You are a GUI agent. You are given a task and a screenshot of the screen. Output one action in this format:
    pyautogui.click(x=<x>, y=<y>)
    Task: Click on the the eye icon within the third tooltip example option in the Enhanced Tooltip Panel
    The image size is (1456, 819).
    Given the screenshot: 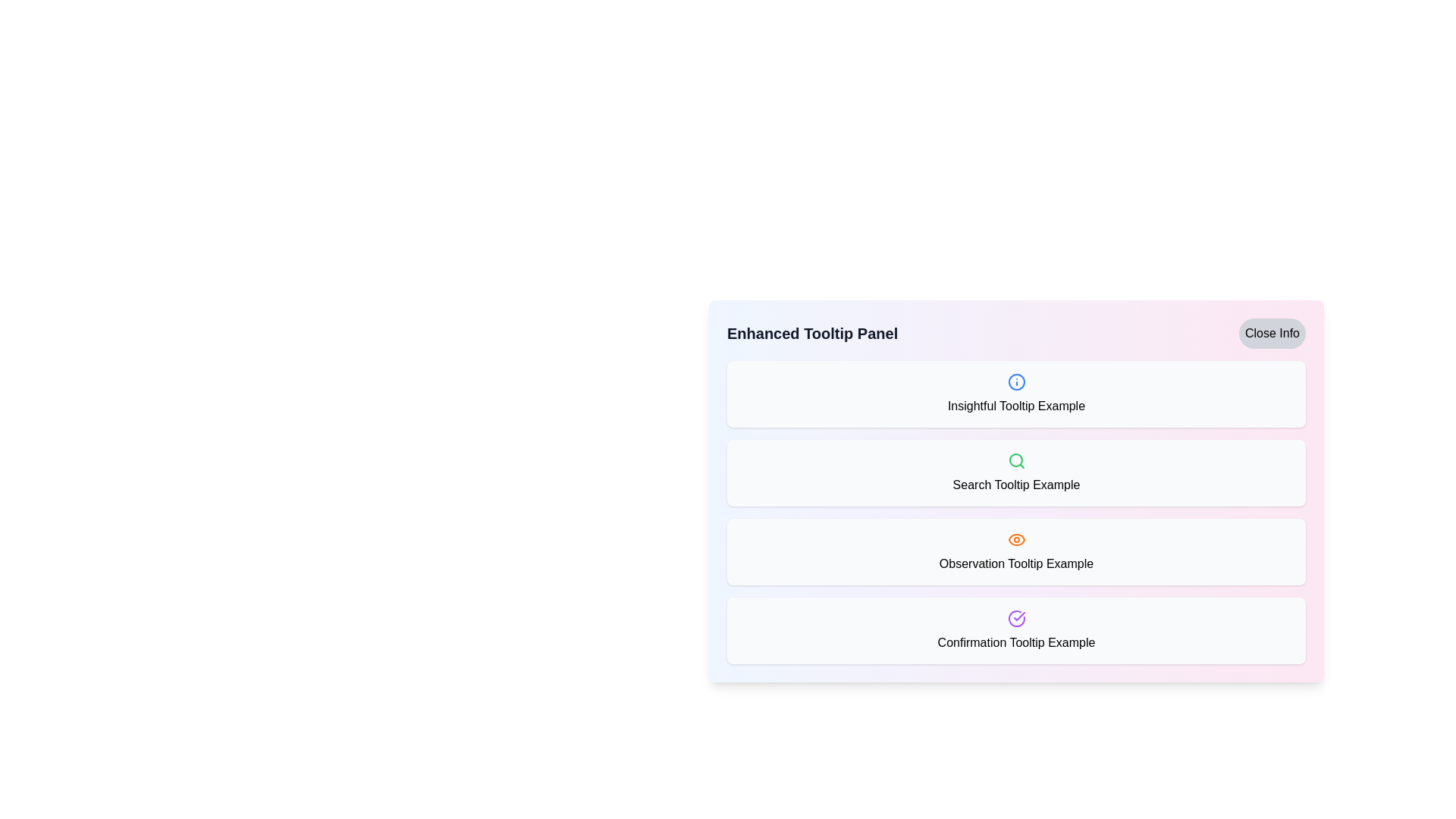 What is the action you would take?
    pyautogui.click(x=1016, y=539)
    